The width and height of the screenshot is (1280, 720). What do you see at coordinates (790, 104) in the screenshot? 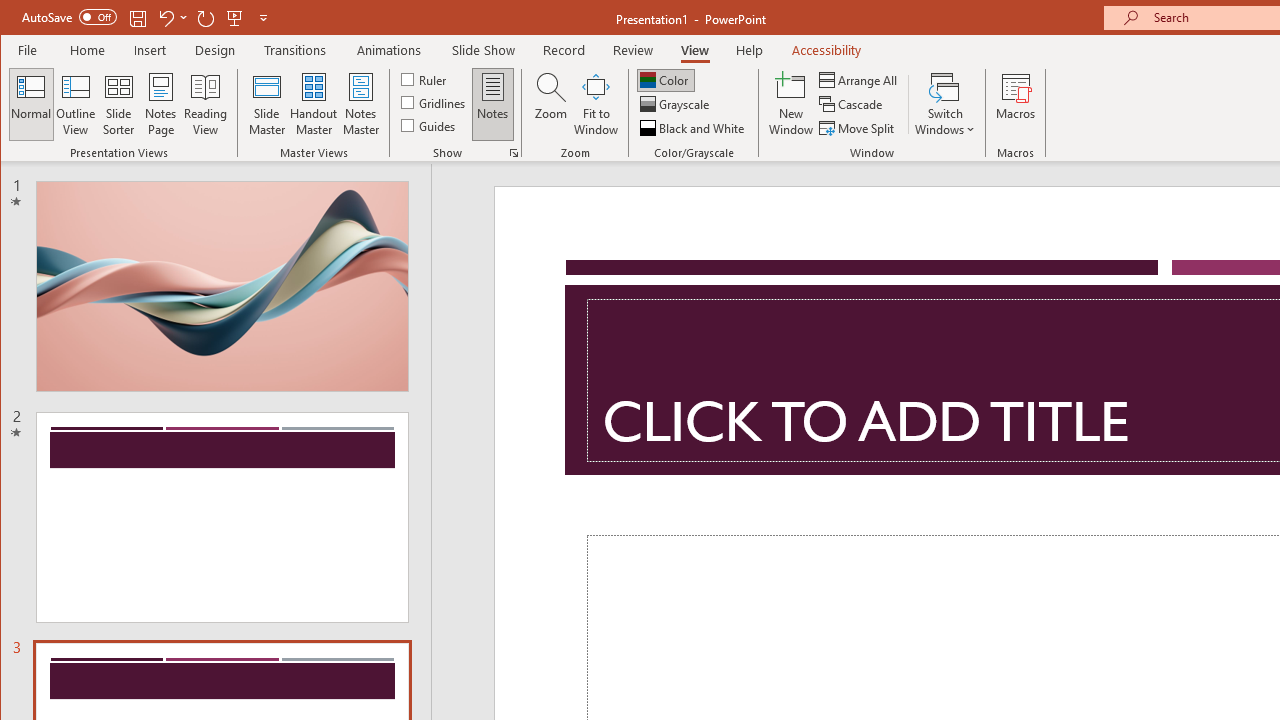
I see `'New Window'` at bounding box center [790, 104].